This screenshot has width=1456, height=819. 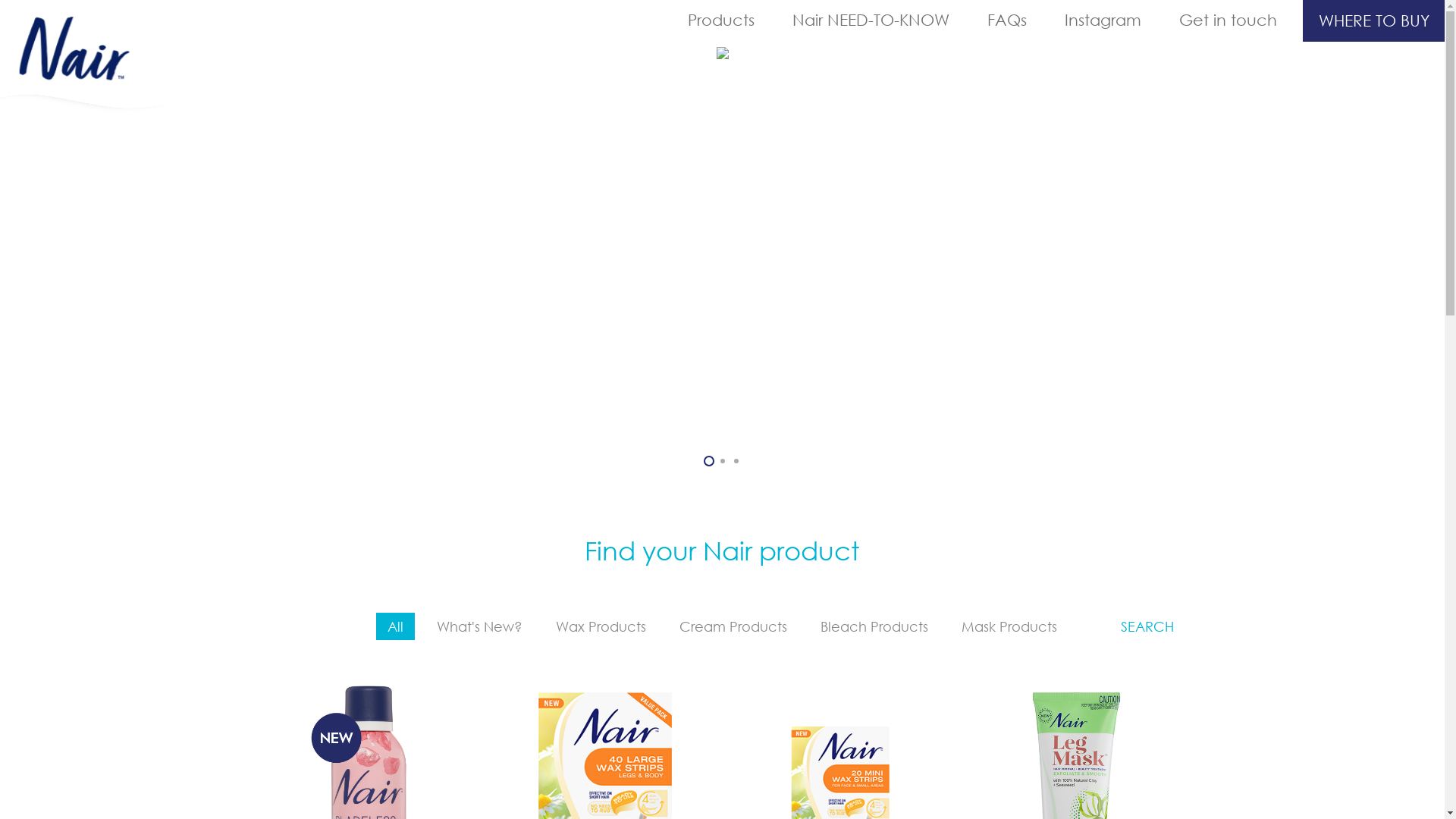 What do you see at coordinates (544, 626) in the screenshot?
I see `'Wax Products'` at bounding box center [544, 626].